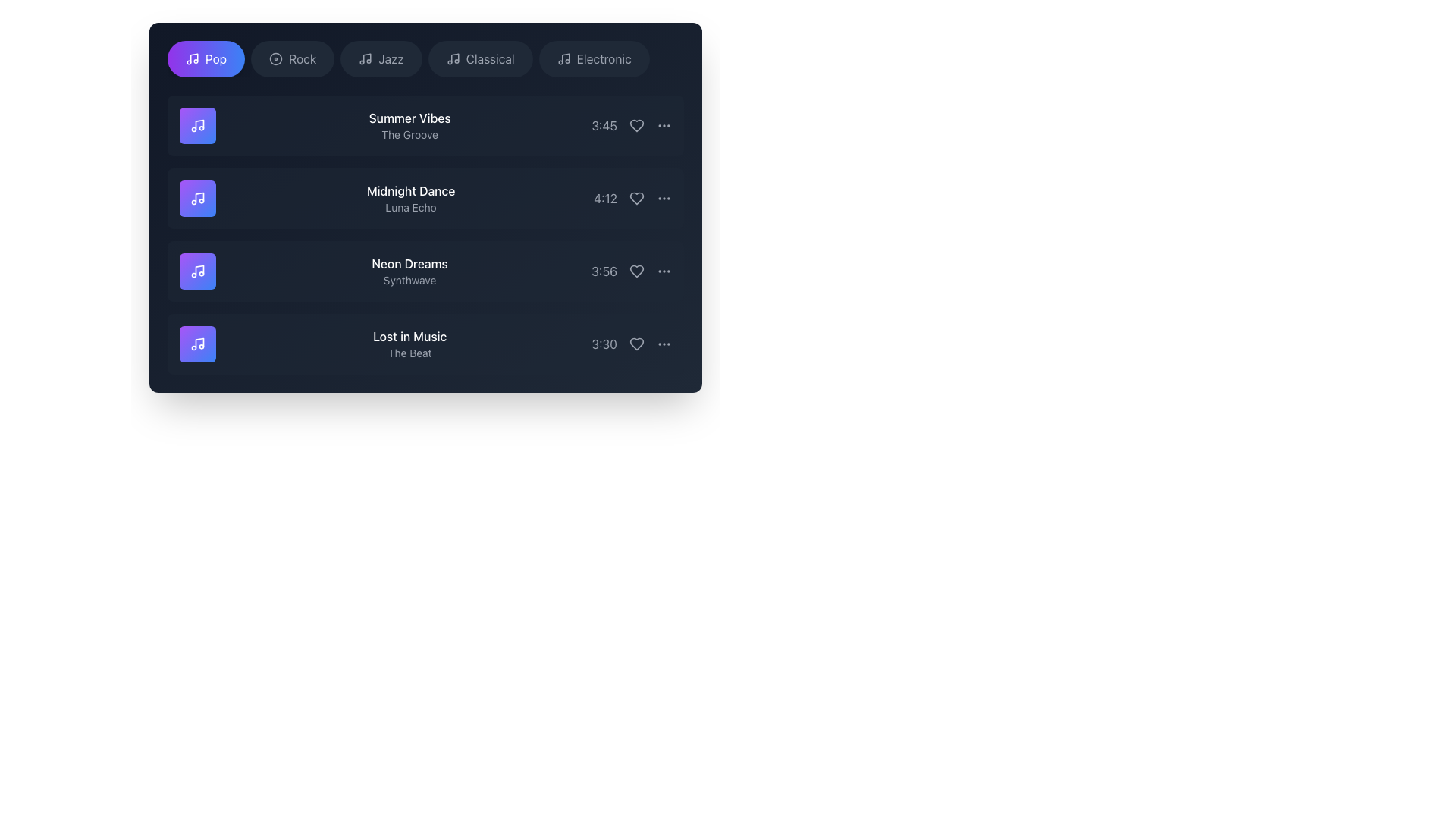 The width and height of the screenshot is (1456, 819). What do you see at coordinates (409, 271) in the screenshot?
I see `the text-based display element that shows 'Neon Dreams' and 'Synthwave'` at bounding box center [409, 271].